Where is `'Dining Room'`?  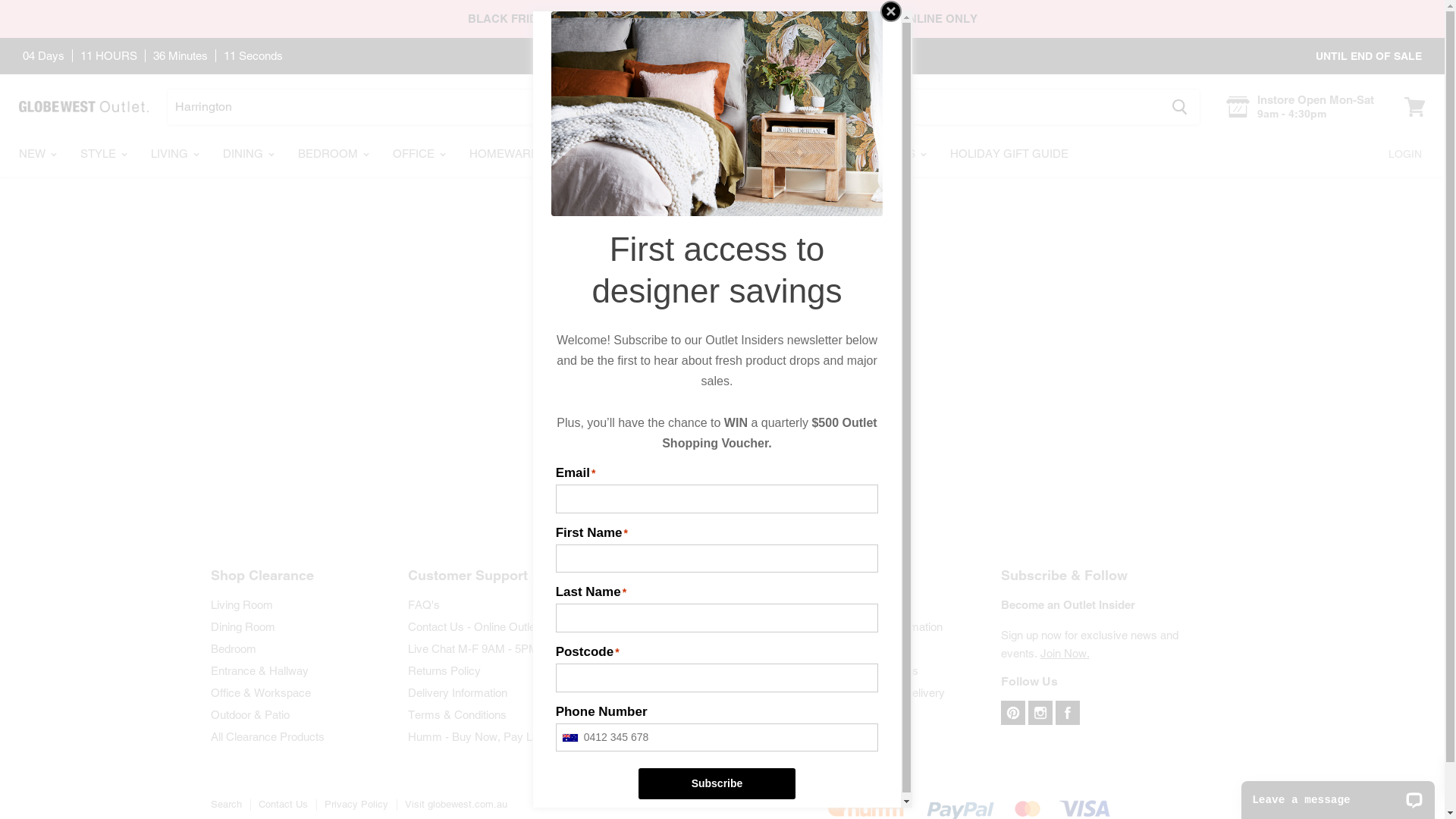
'Dining Room' is located at coordinates (243, 626).